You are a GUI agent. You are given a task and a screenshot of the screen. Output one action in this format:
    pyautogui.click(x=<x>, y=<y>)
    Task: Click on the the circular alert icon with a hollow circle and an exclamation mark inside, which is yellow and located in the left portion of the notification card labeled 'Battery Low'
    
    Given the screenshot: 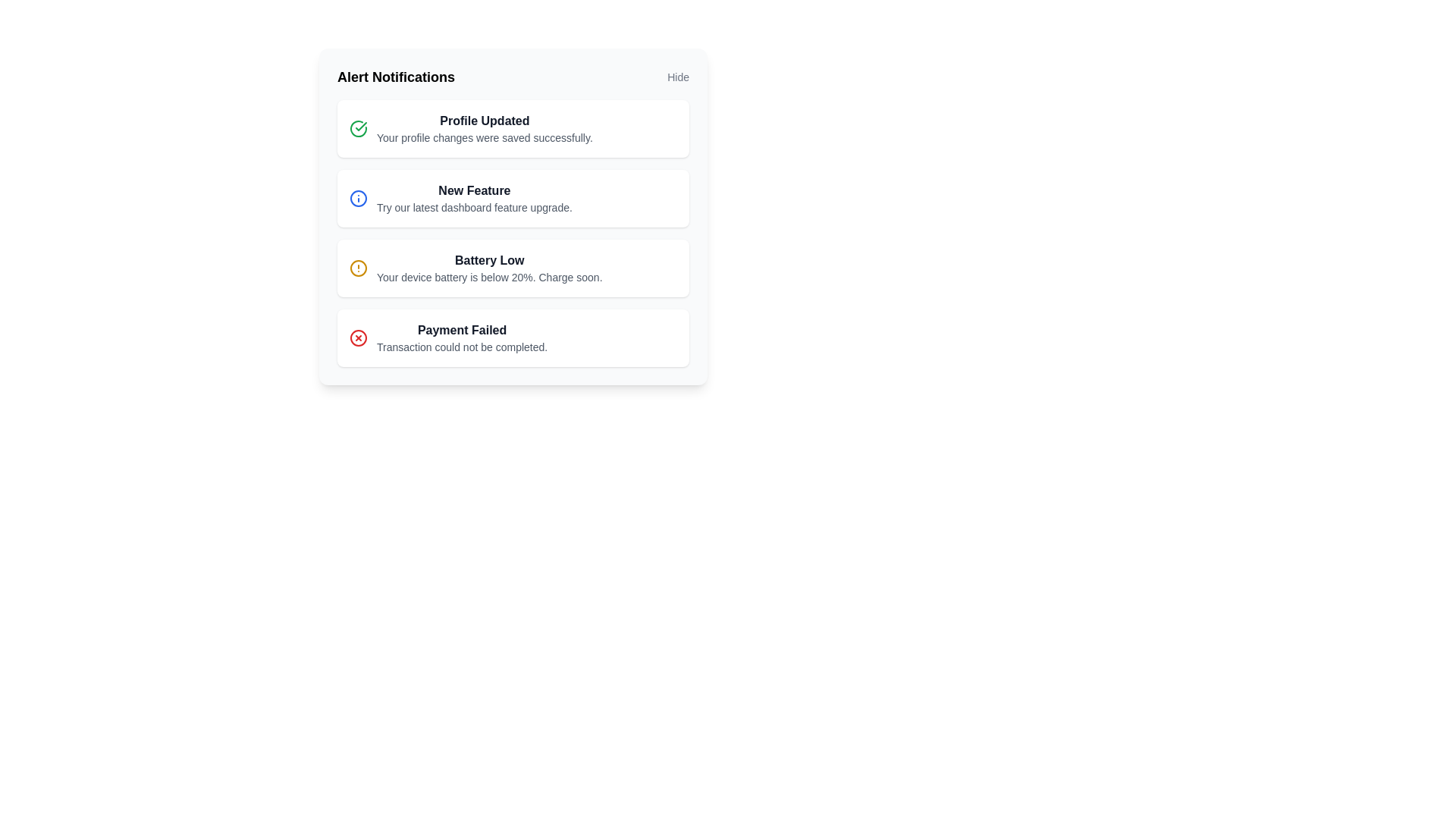 What is the action you would take?
    pyautogui.click(x=358, y=268)
    